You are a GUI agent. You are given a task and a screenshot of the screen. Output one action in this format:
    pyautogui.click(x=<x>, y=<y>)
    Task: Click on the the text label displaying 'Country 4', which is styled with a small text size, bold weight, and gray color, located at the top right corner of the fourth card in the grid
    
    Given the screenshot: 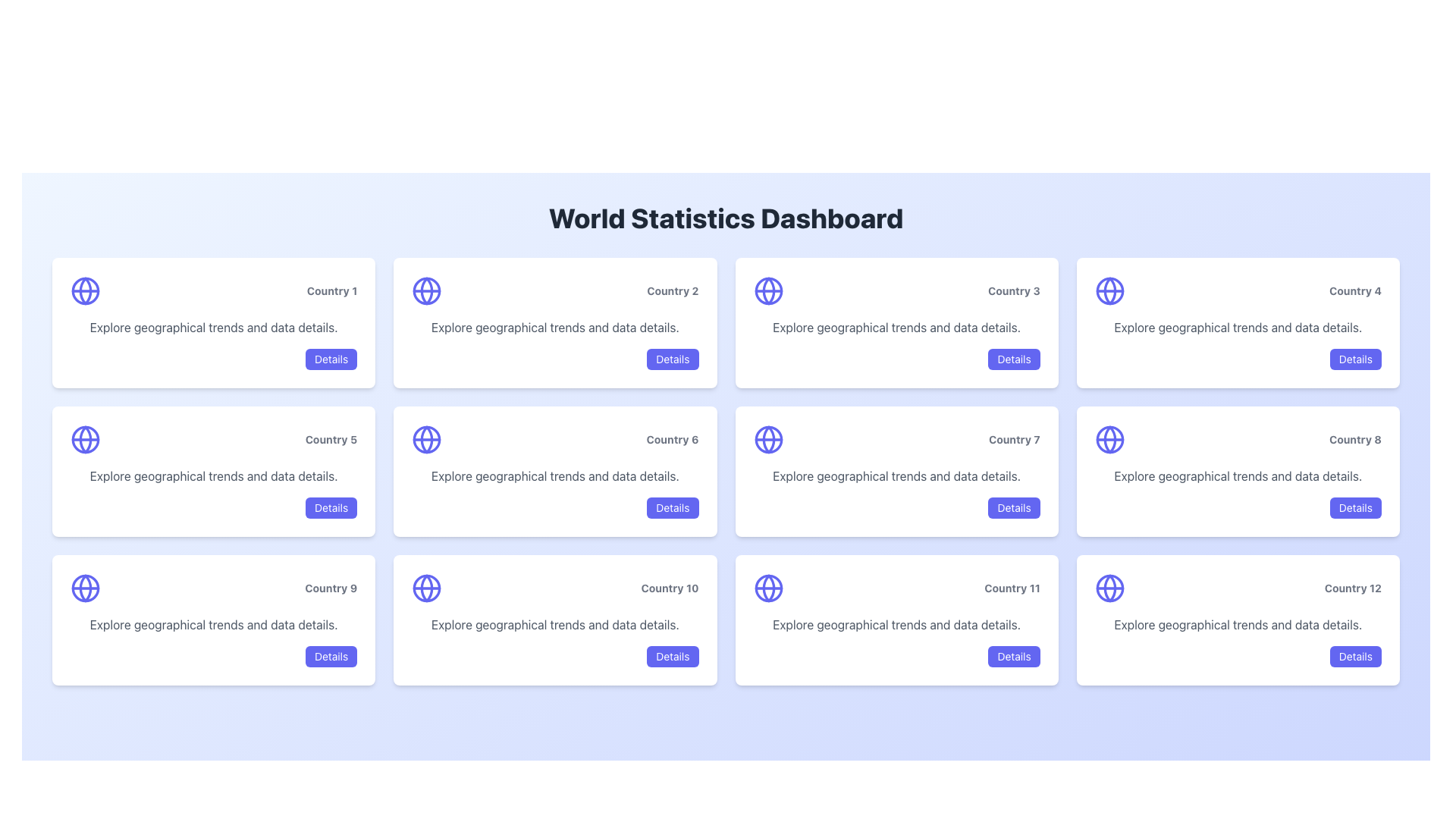 What is the action you would take?
    pyautogui.click(x=1355, y=291)
    